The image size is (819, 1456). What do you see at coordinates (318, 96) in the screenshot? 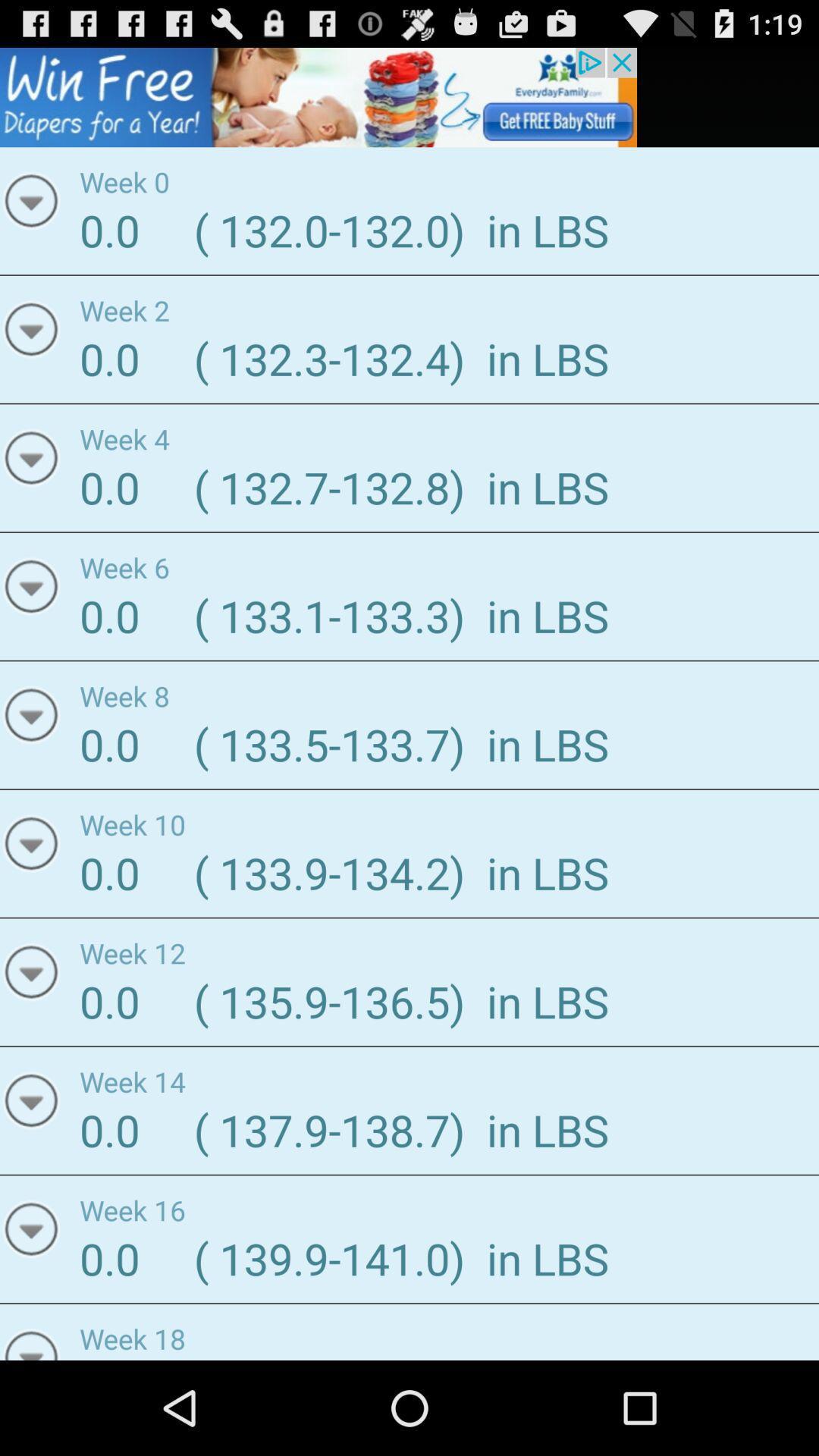
I see `advertisement` at bounding box center [318, 96].